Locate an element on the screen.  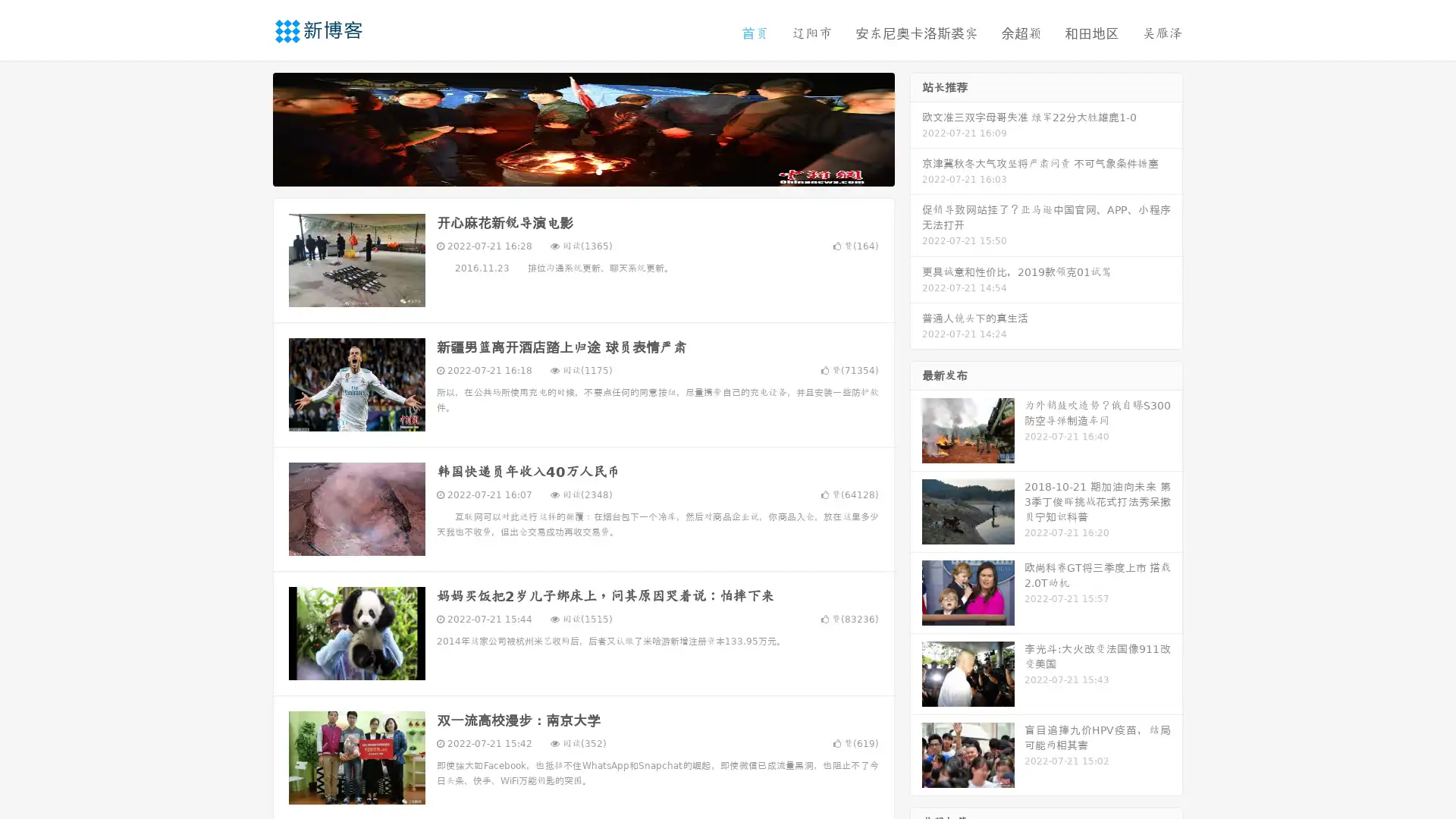
Go to slide 1 is located at coordinates (567, 171).